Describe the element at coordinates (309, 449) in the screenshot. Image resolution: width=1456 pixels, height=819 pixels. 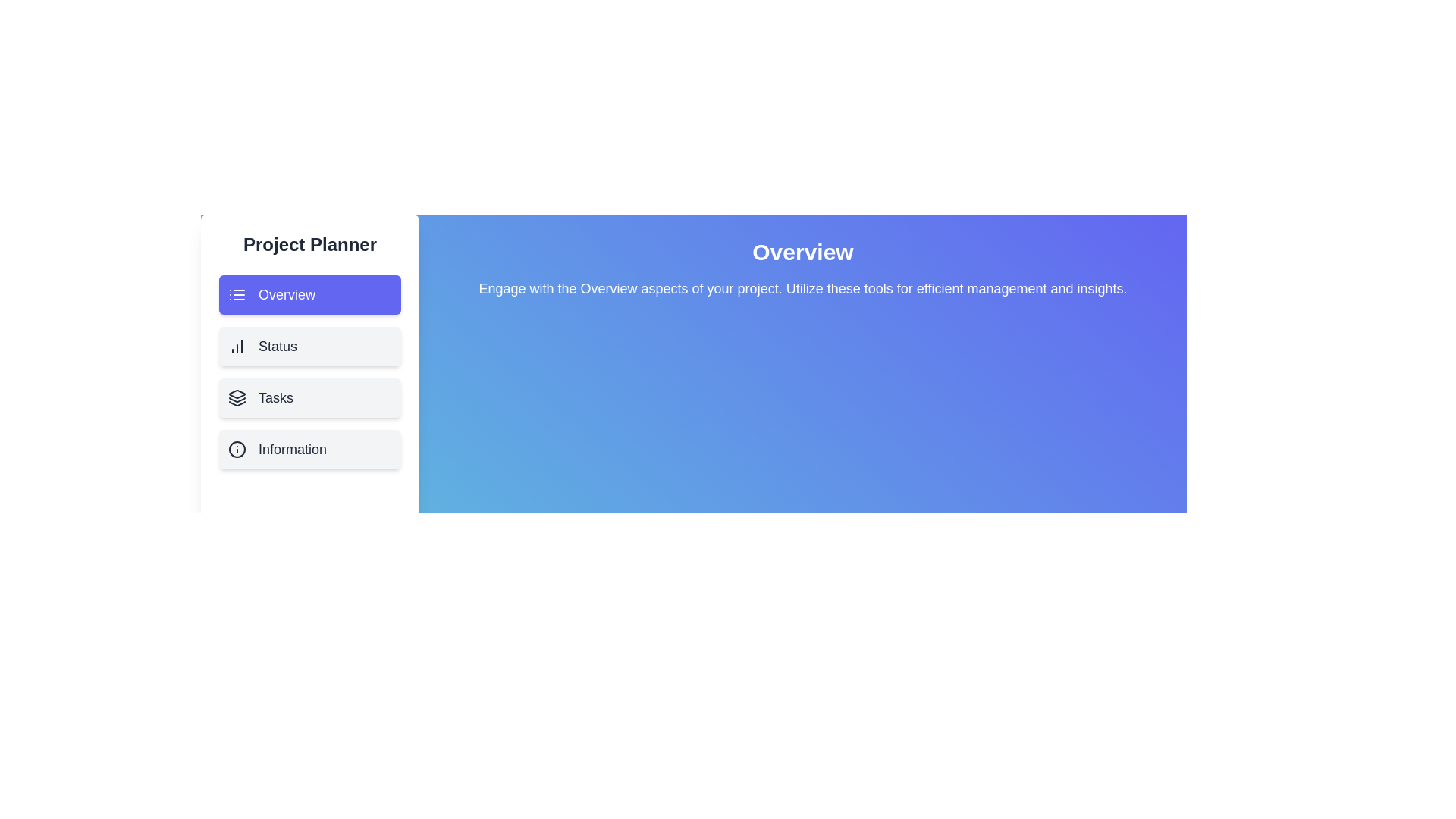
I see `the menu item Information to observe its hover effect` at that location.